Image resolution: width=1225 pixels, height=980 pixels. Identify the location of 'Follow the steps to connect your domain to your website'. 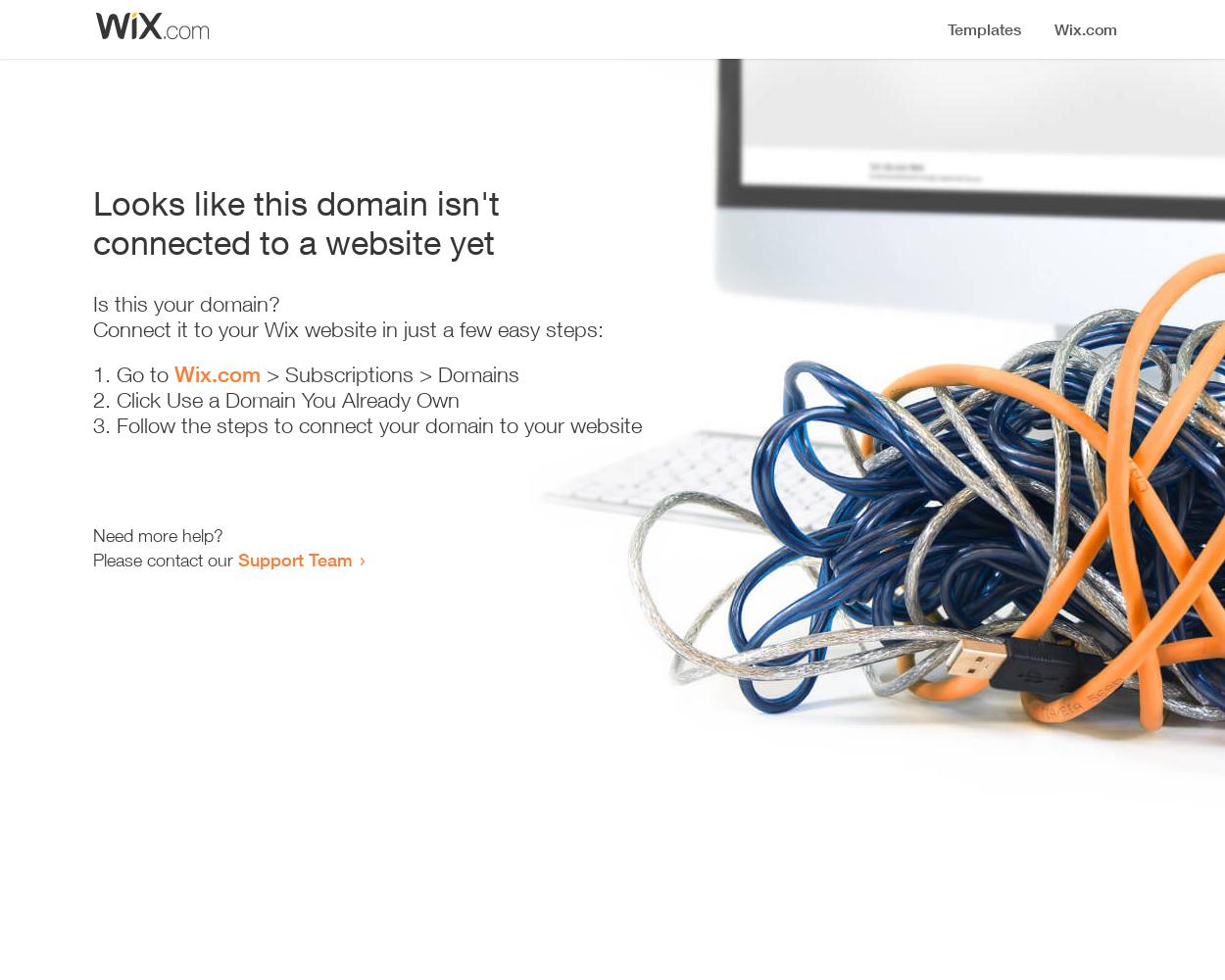
(379, 425).